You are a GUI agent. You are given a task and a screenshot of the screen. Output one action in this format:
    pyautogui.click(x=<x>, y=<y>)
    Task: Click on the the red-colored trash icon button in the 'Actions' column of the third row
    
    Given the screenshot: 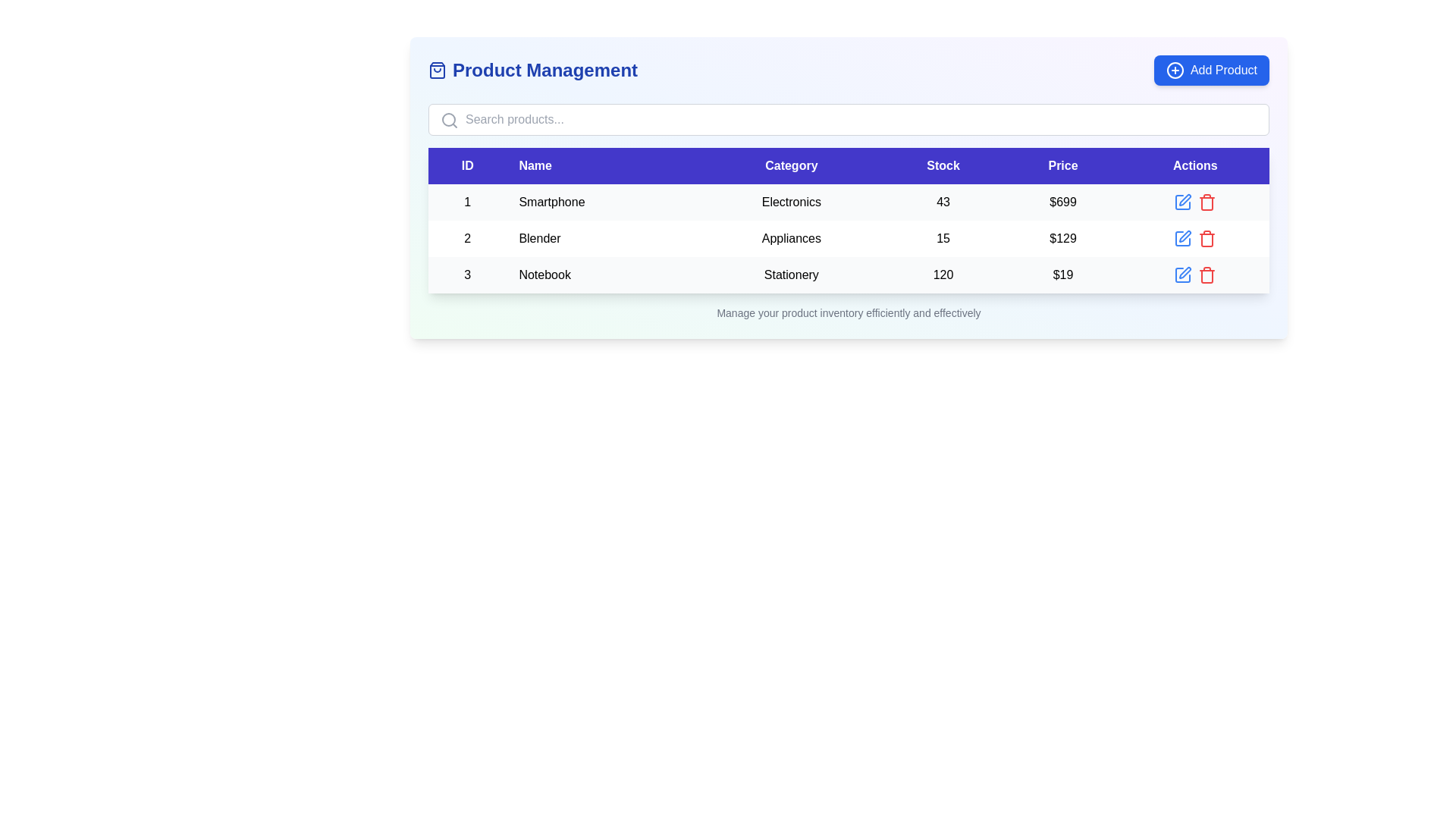 What is the action you would take?
    pyautogui.click(x=1207, y=275)
    